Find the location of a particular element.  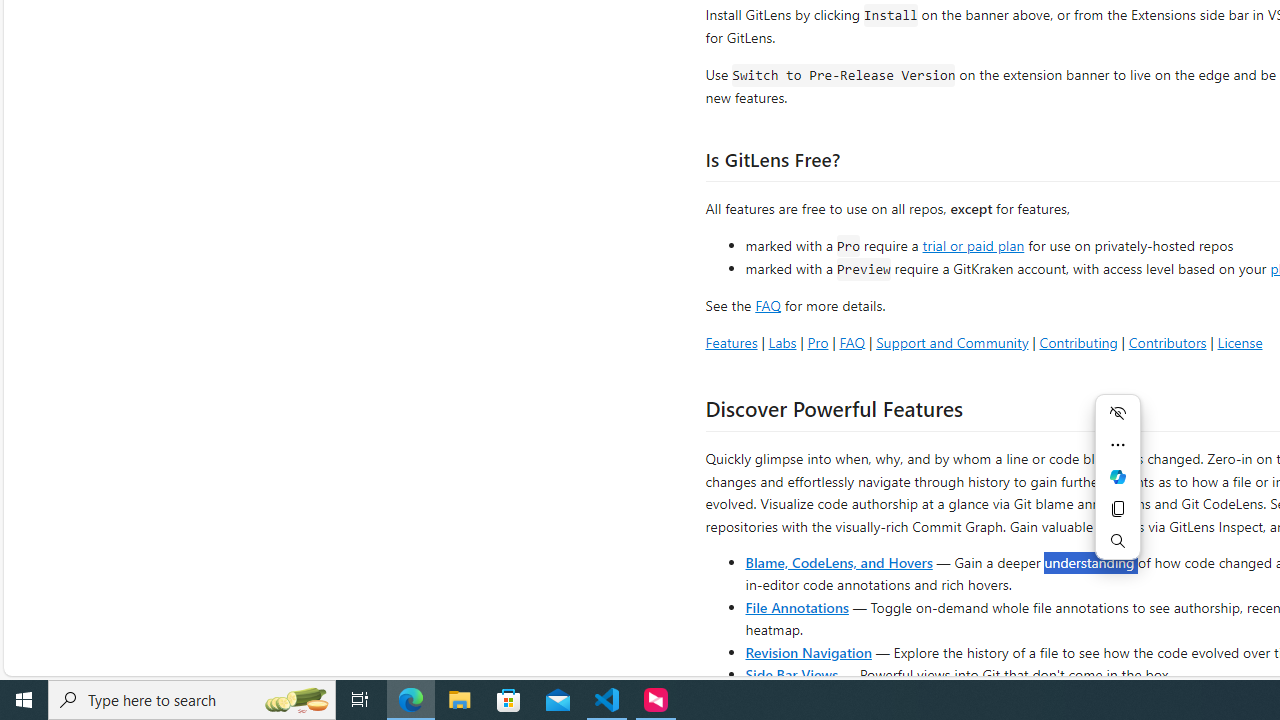

'License' is located at coordinates (1239, 341).